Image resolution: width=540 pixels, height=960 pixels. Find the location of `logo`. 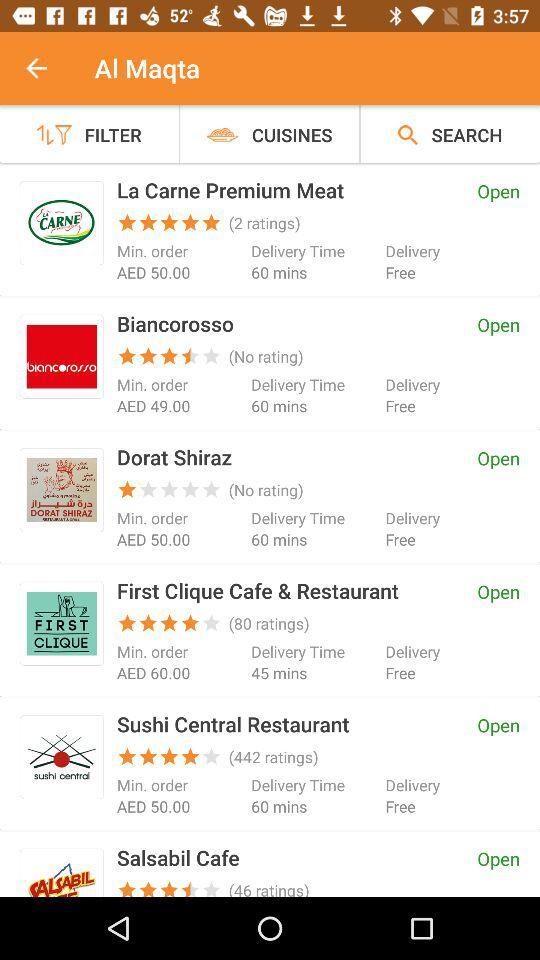

logo is located at coordinates (61, 756).